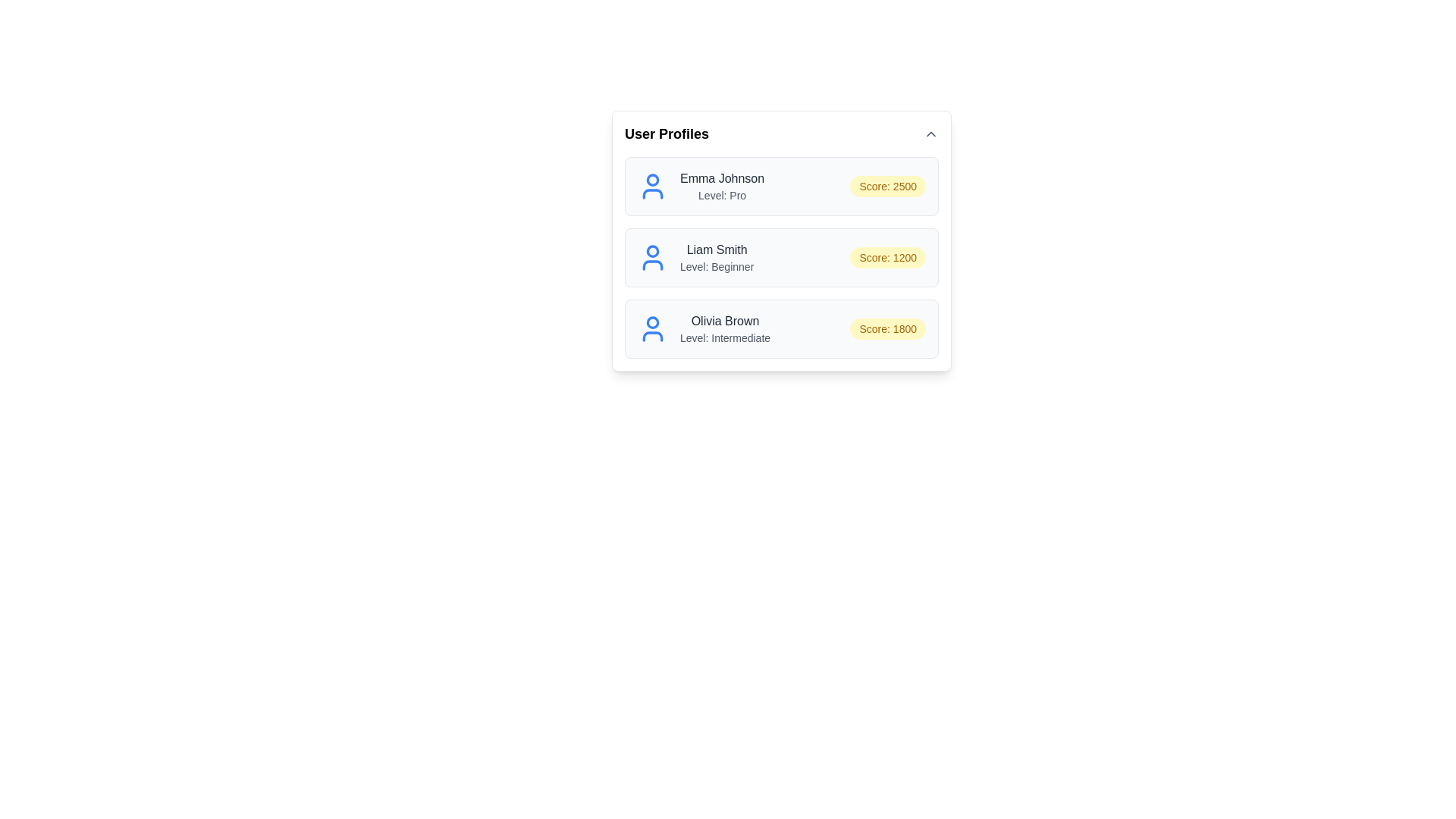  Describe the element at coordinates (652, 193) in the screenshot. I see `the lower section of the user avatar icon representing Emma Johnson's torso, which is styled in solid blue and positioned below the head circle` at that location.